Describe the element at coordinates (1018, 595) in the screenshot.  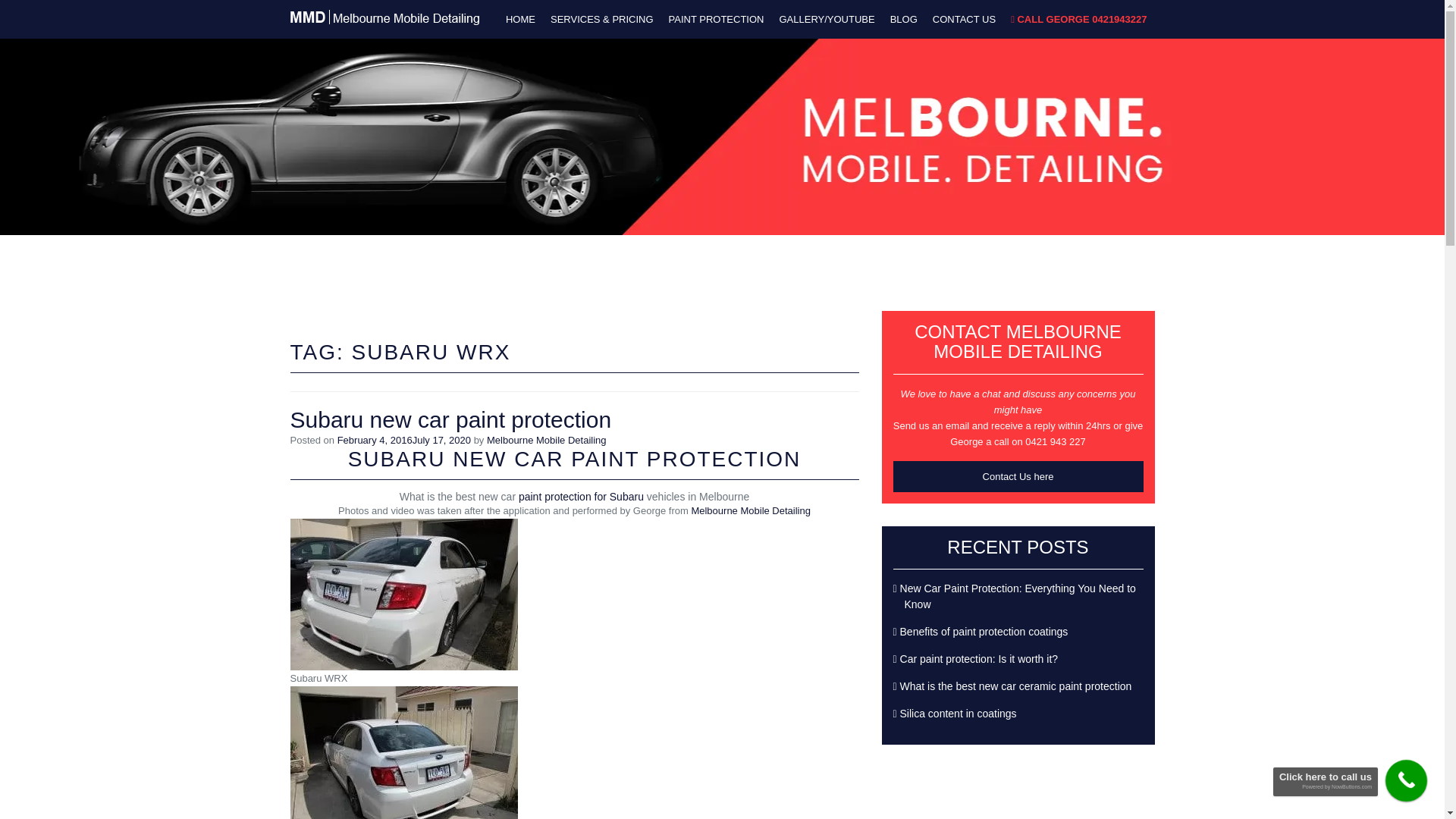
I see `'New Car Paint Protection: Everything You Need to Know'` at that location.